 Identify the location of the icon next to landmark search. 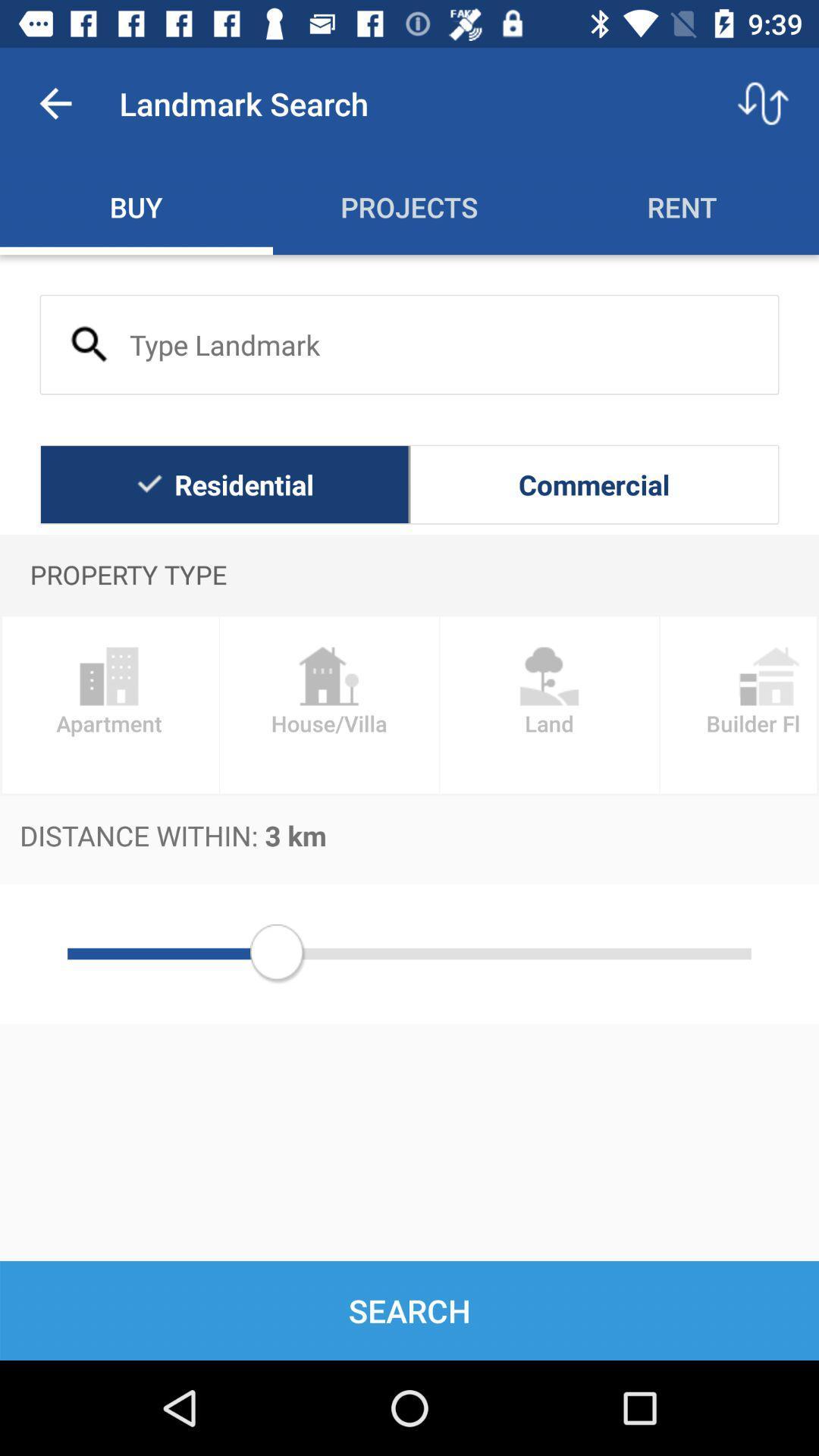
(55, 102).